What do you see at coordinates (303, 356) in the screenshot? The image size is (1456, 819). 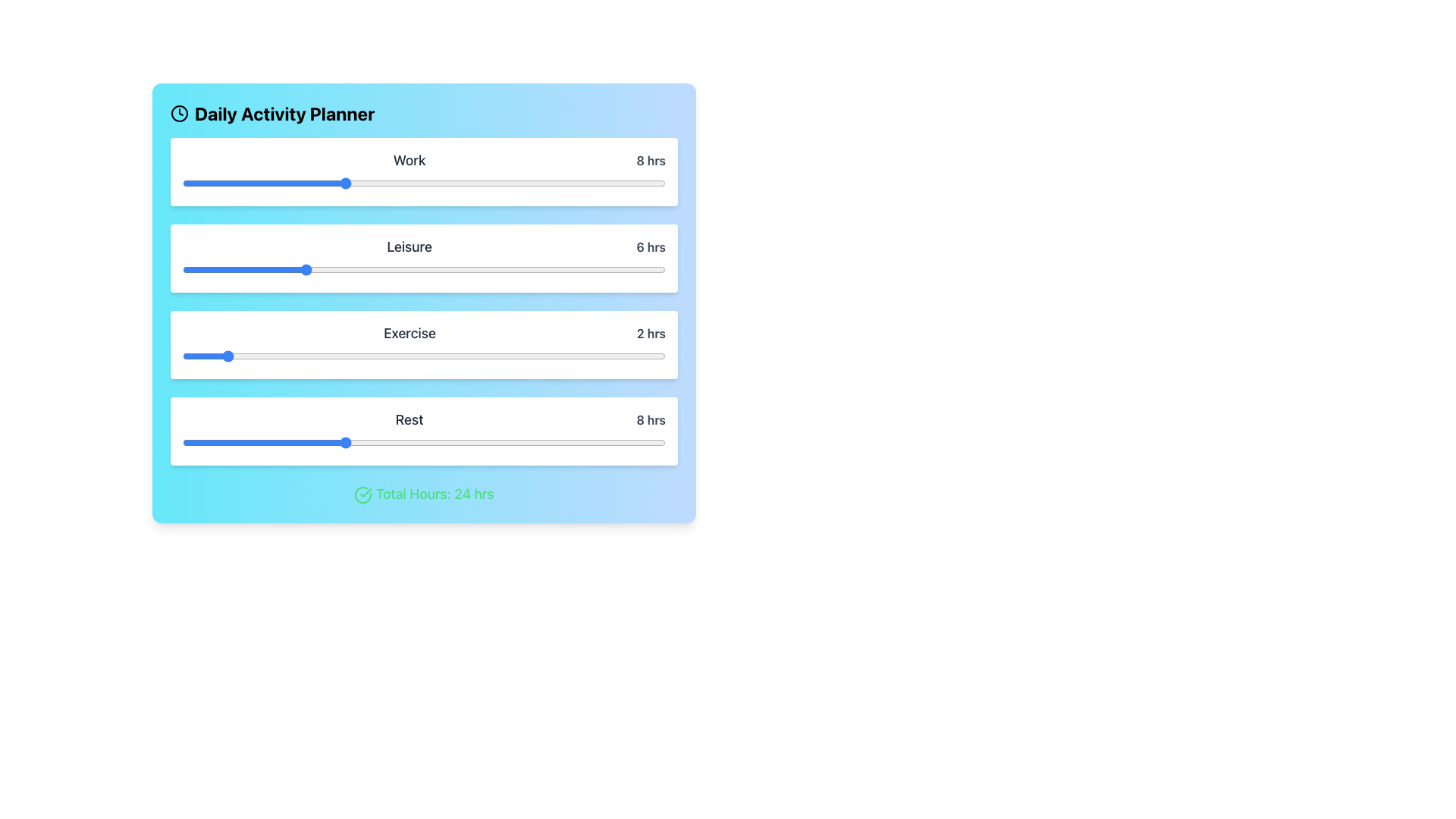 I see `Exercise hours` at bounding box center [303, 356].